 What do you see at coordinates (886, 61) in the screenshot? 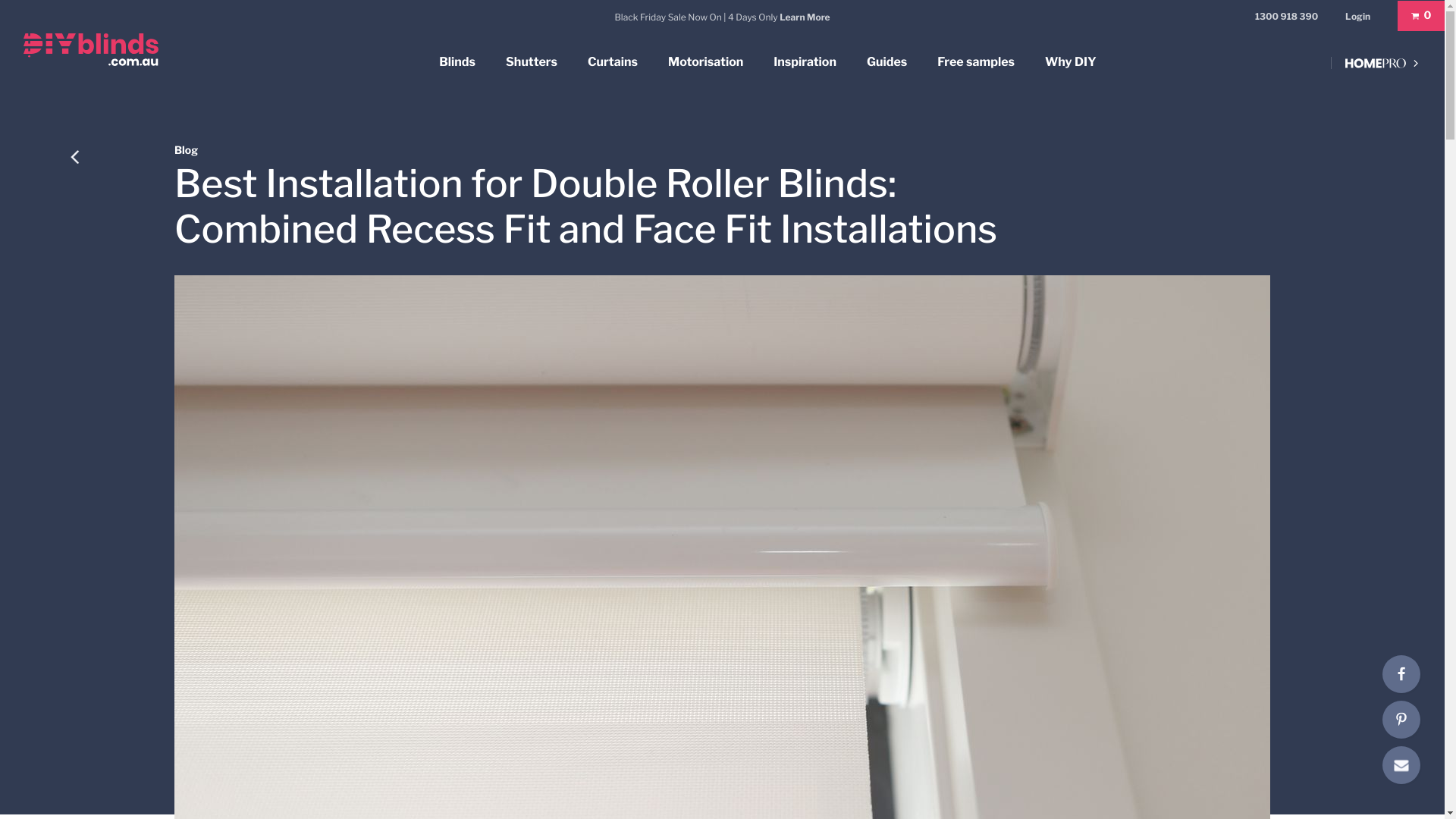
I see `'Guides'` at bounding box center [886, 61].